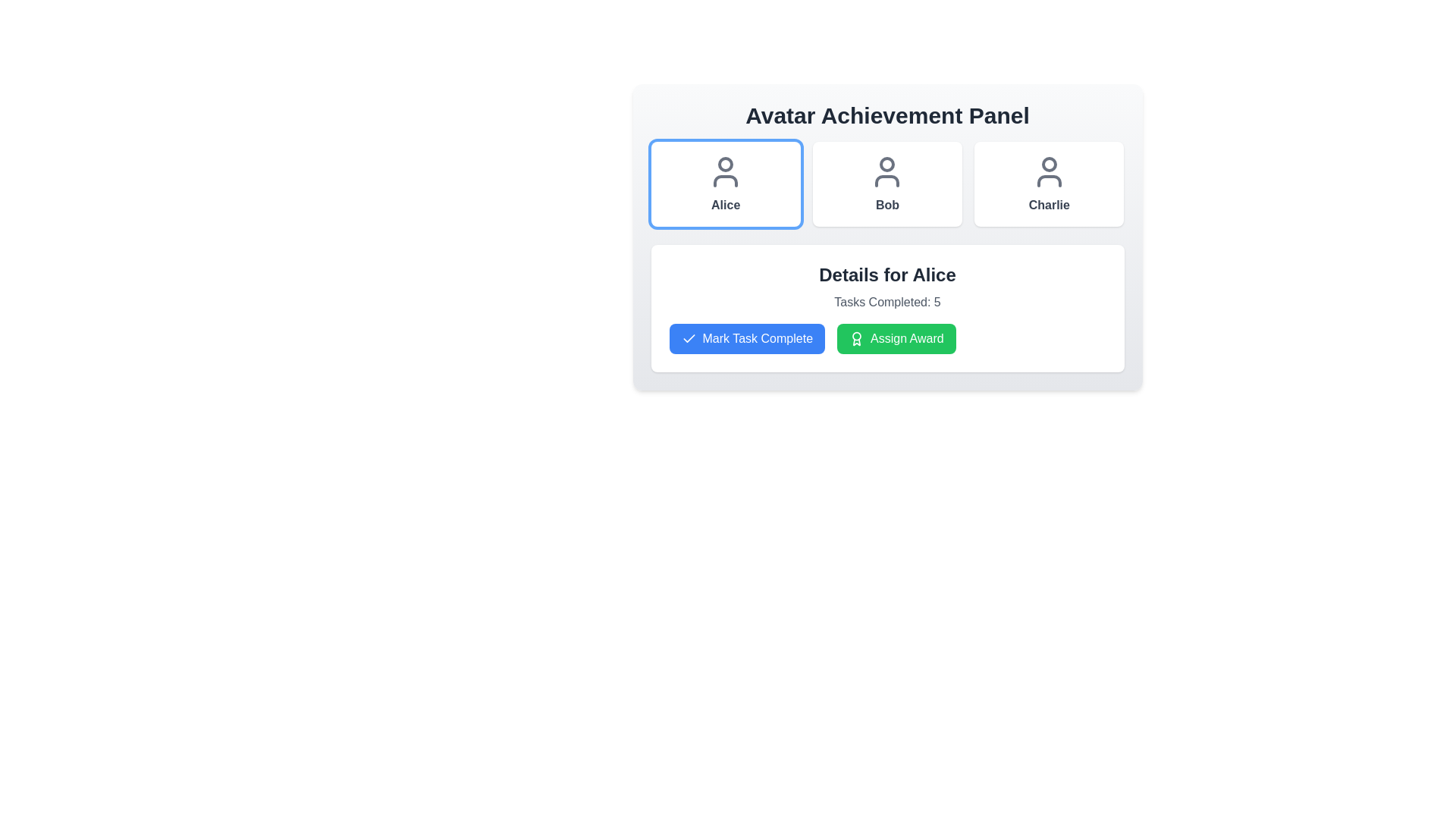  Describe the element at coordinates (887, 302) in the screenshot. I see `the text label indicating the number of tasks completed, which is located within the 'Details for Alice' panel, positioned below the title and above the buttons for task completion and award assignment` at that location.